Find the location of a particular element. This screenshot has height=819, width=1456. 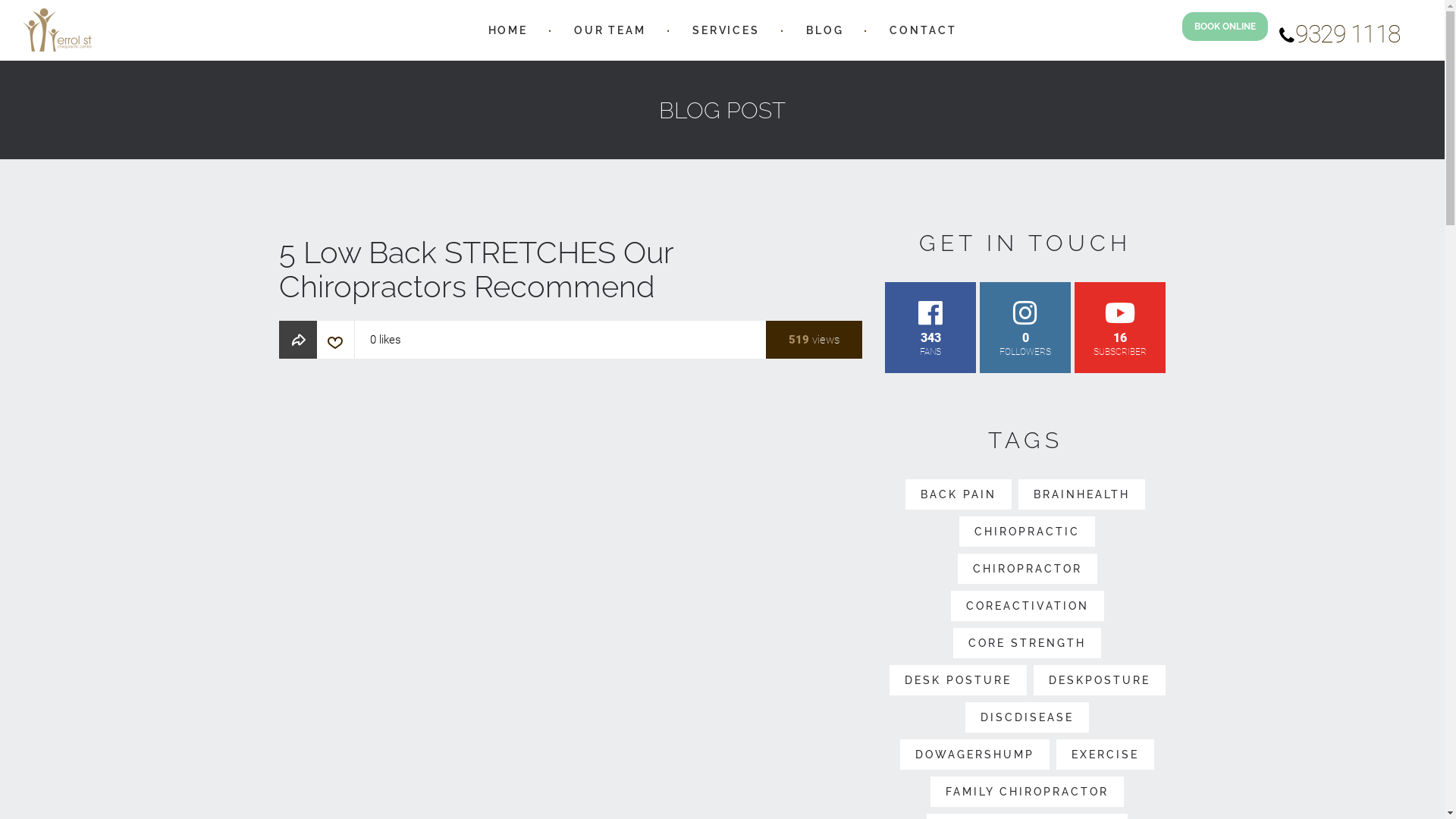

'BLOG' is located at coordinates (824, 30).